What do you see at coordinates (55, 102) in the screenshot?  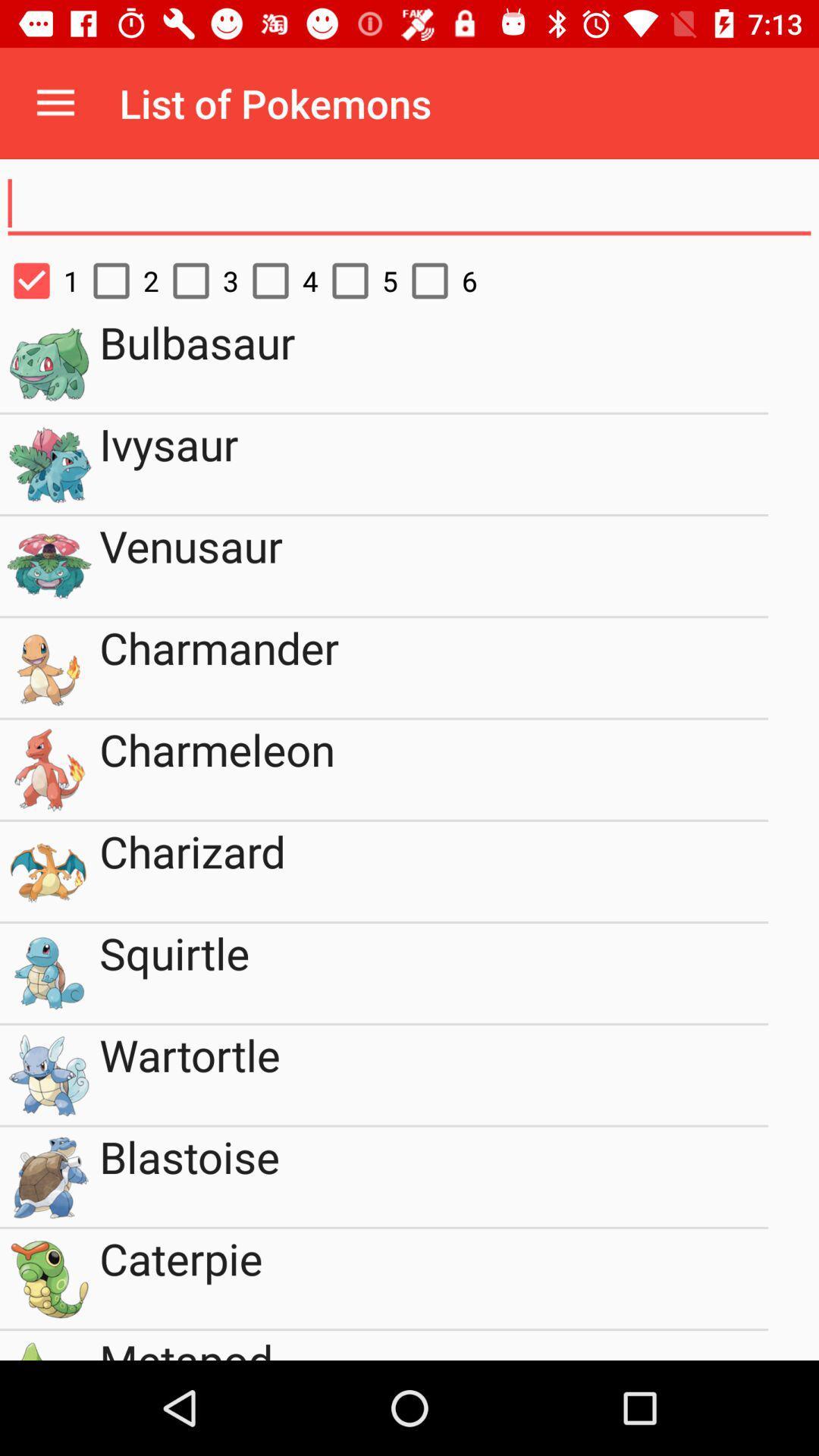 I see `the icon next to list of pokemons item` at bounding box center [55, 102].